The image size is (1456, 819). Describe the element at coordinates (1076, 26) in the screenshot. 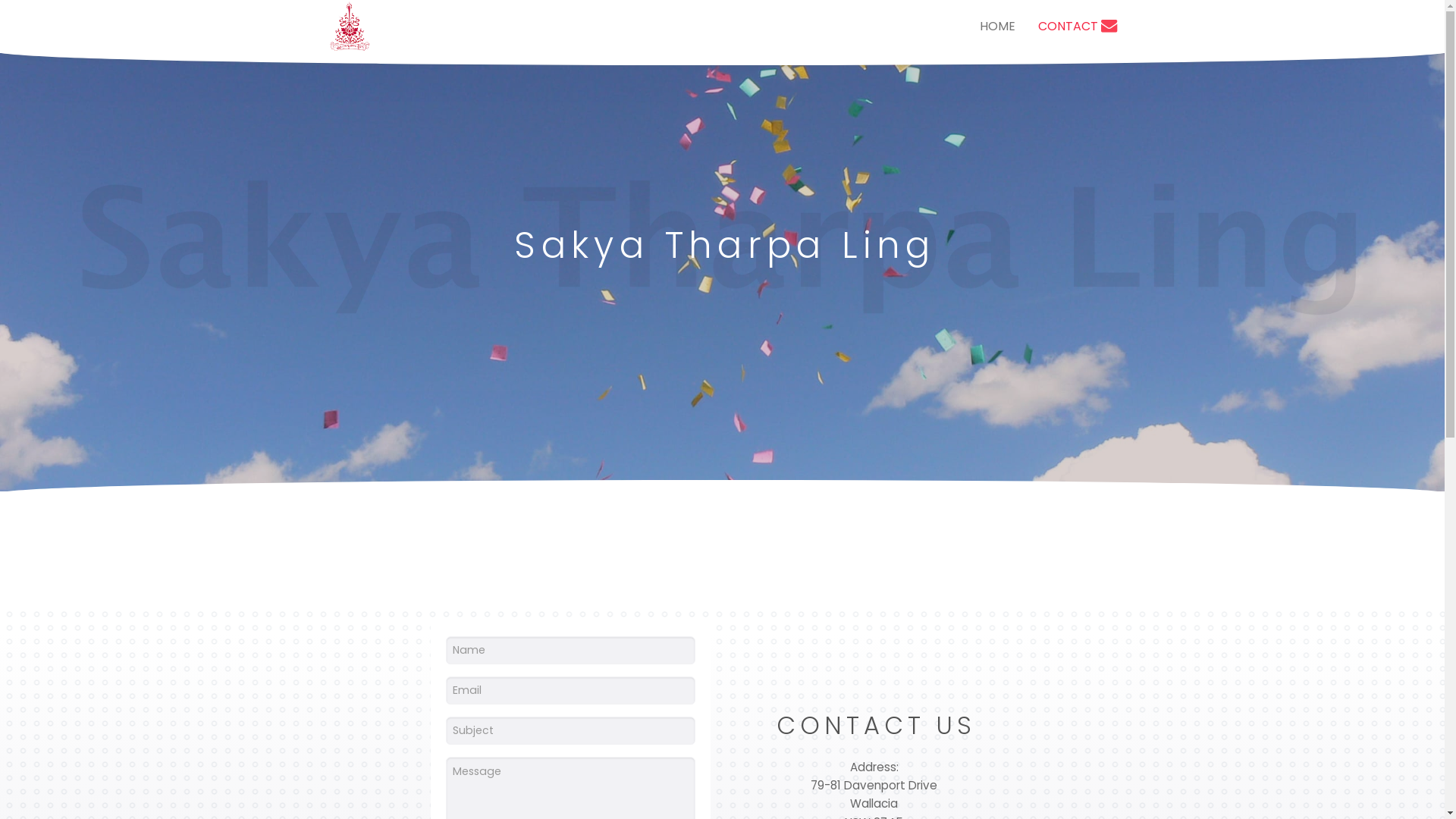

I see `'CONTACT'` at that location.